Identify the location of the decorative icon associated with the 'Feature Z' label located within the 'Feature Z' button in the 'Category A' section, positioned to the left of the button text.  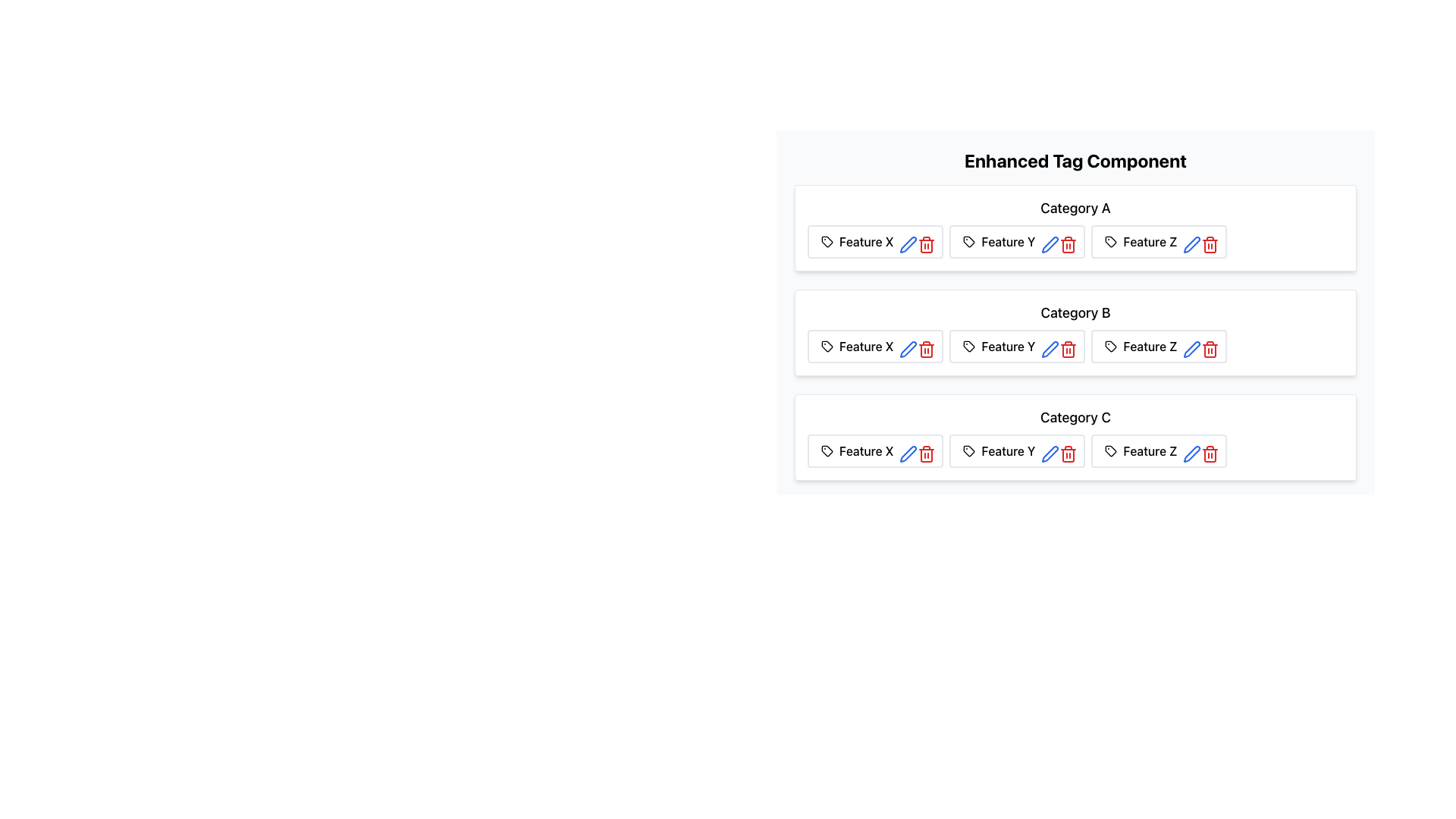
(1111, 450).